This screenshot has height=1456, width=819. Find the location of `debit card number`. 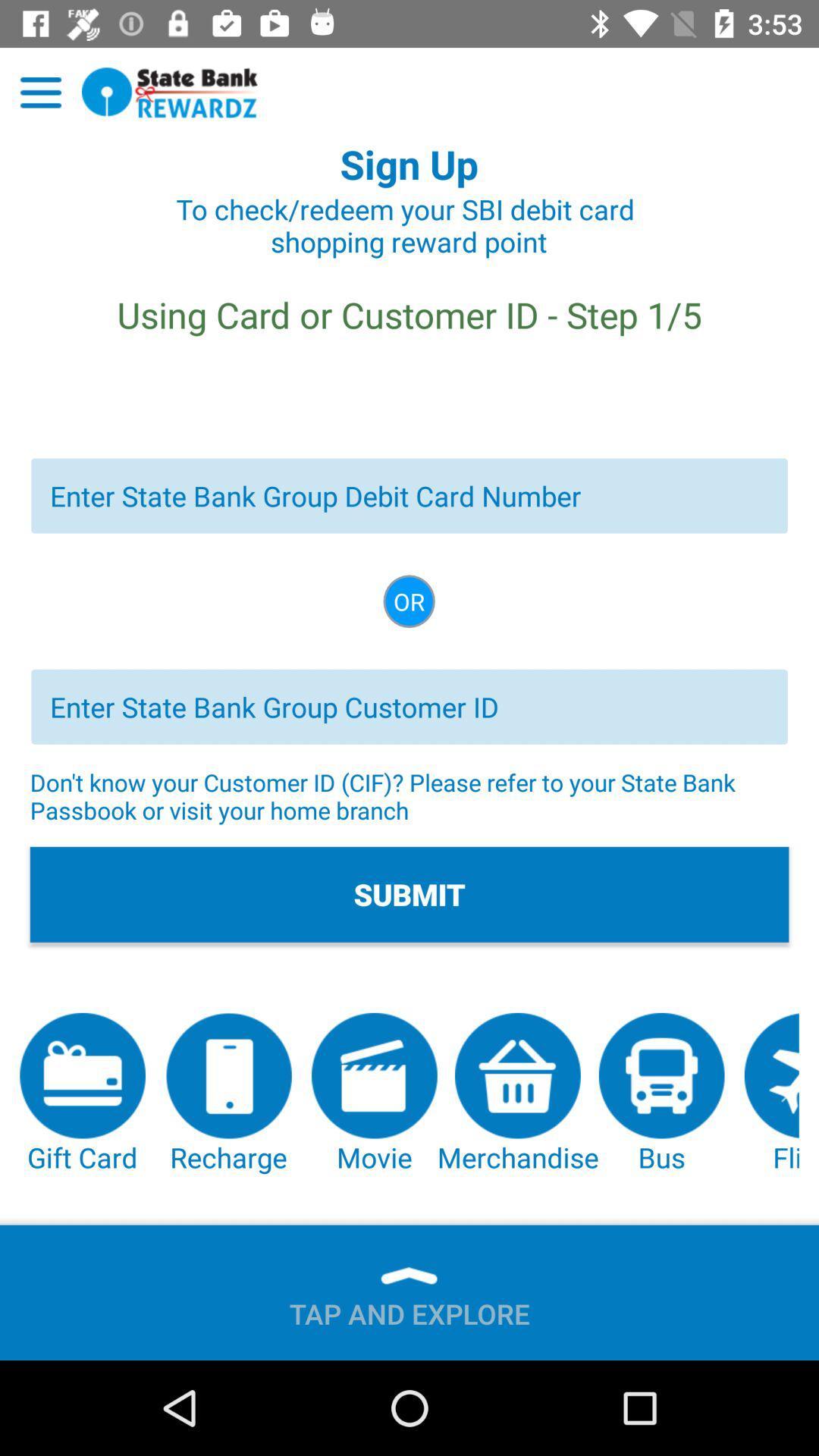

debit card number is located at coordinates (409, 495).